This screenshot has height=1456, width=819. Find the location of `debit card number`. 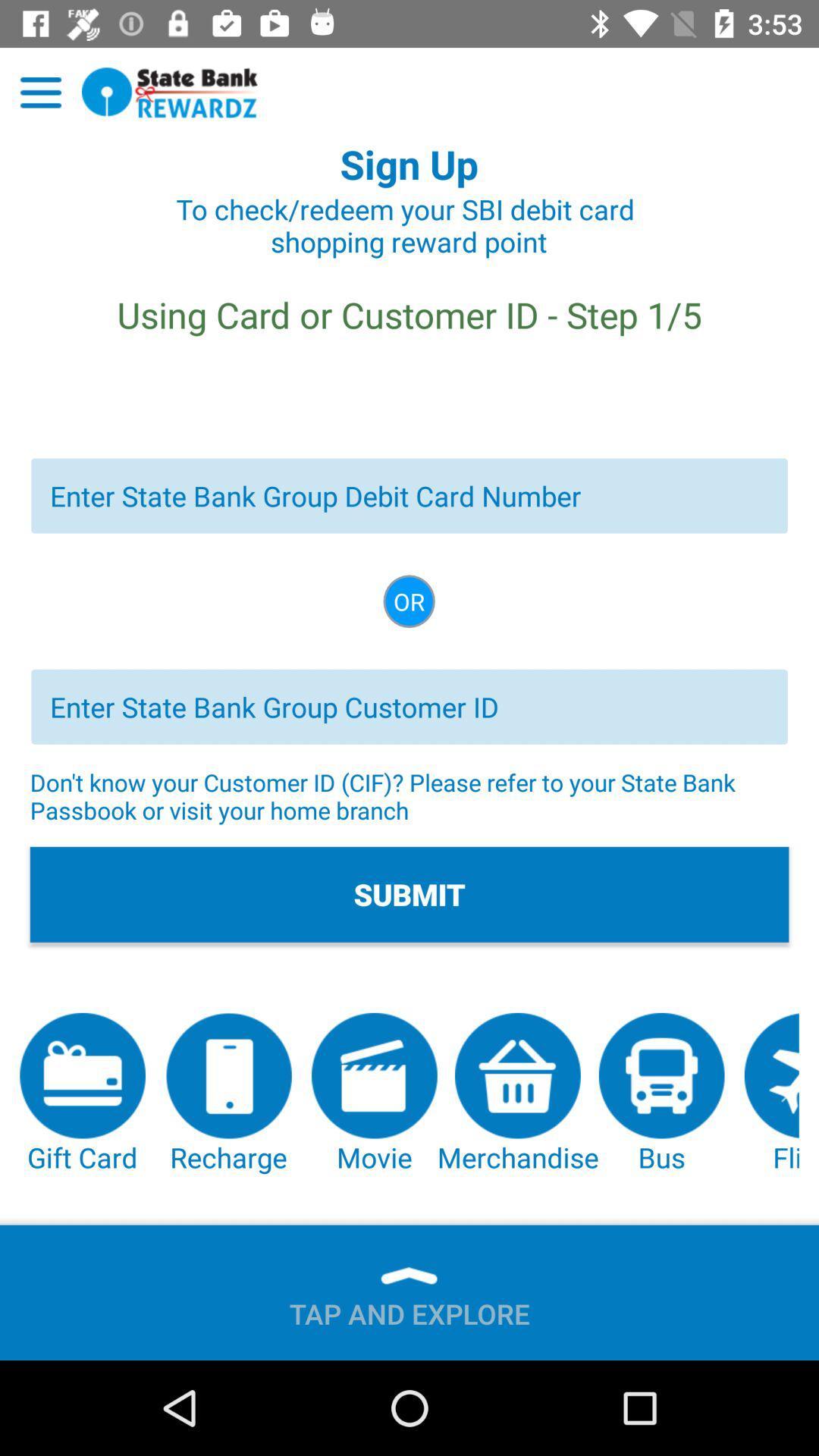

debit card number is located at coordinates (409, 495).